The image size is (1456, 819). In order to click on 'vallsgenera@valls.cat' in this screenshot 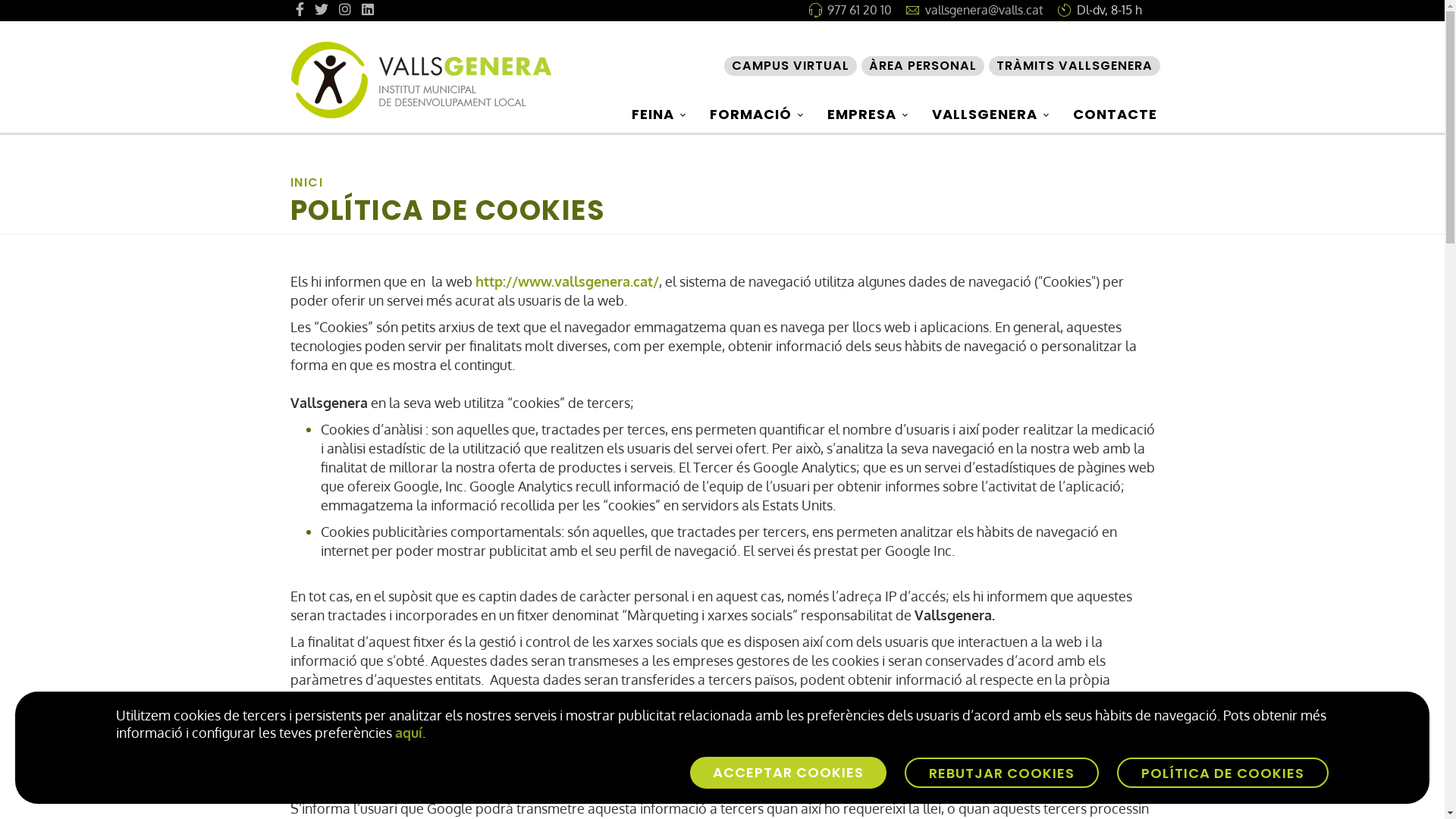, I will do `click(924, 9)`.